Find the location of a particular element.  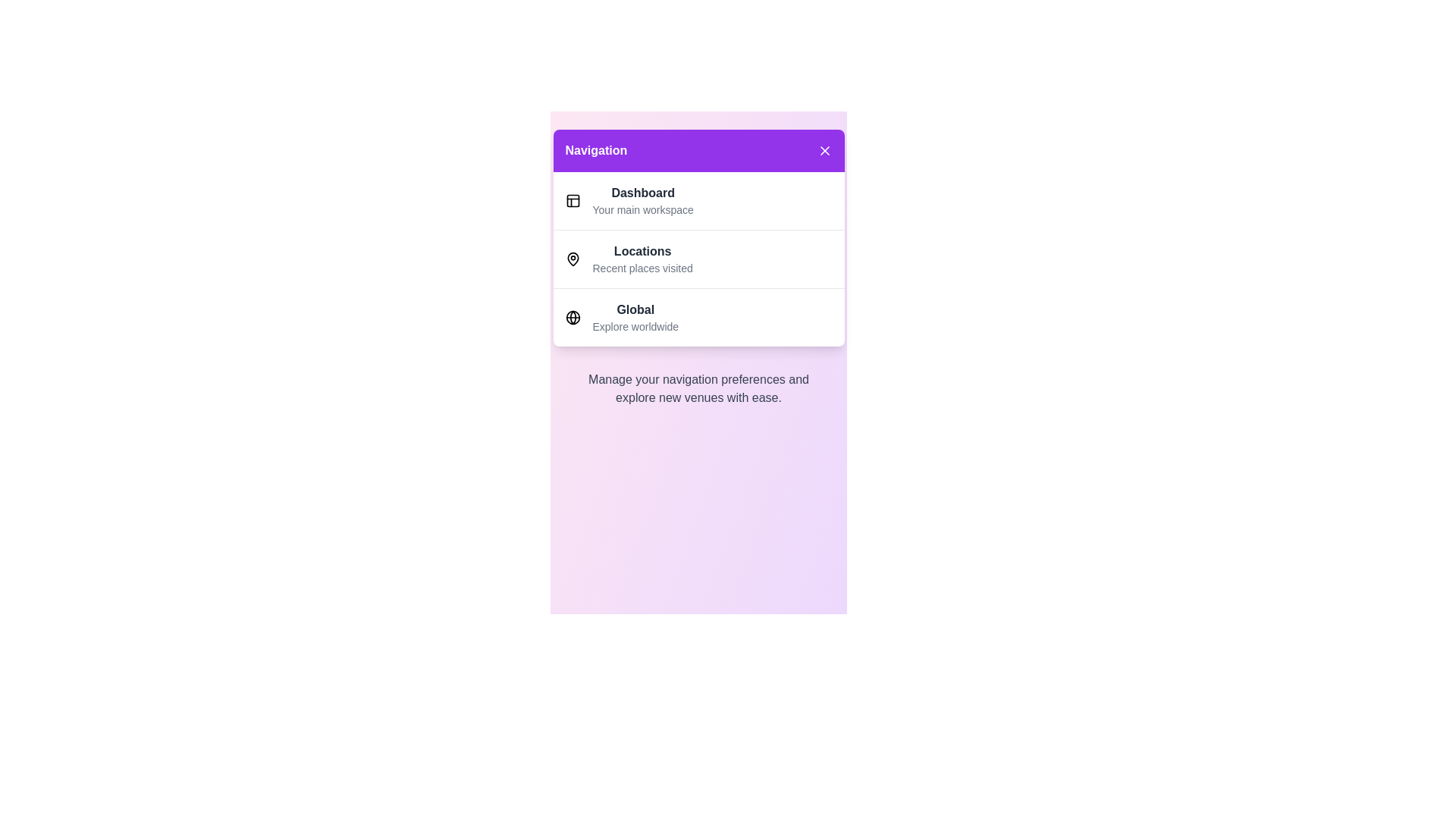

the menu item Dashboard to explore its details is located at coordinates (643, 200).